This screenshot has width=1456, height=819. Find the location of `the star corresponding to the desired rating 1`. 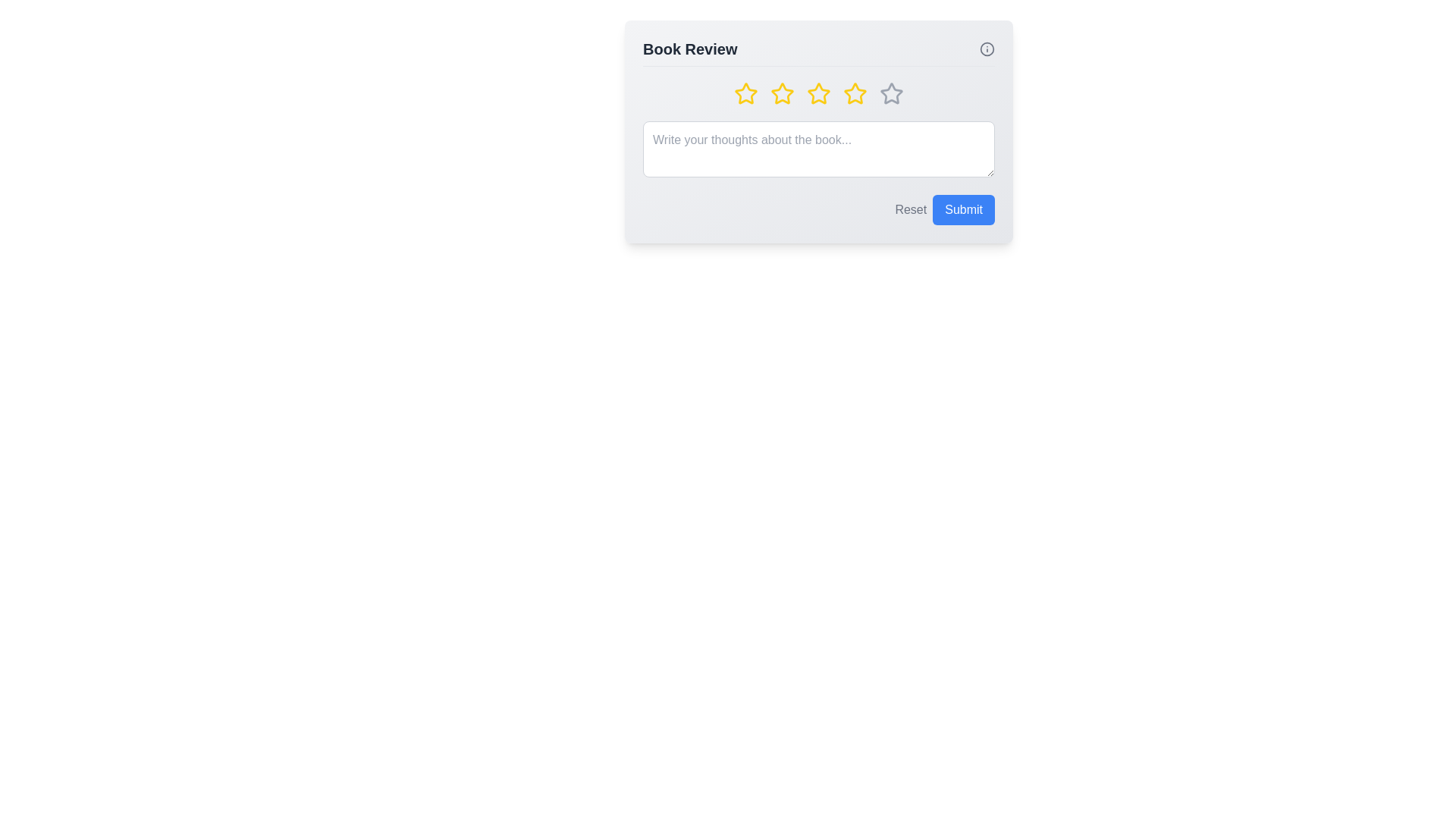

the star corresponding to the desired rating 1 is located at coordinates (745, 93).